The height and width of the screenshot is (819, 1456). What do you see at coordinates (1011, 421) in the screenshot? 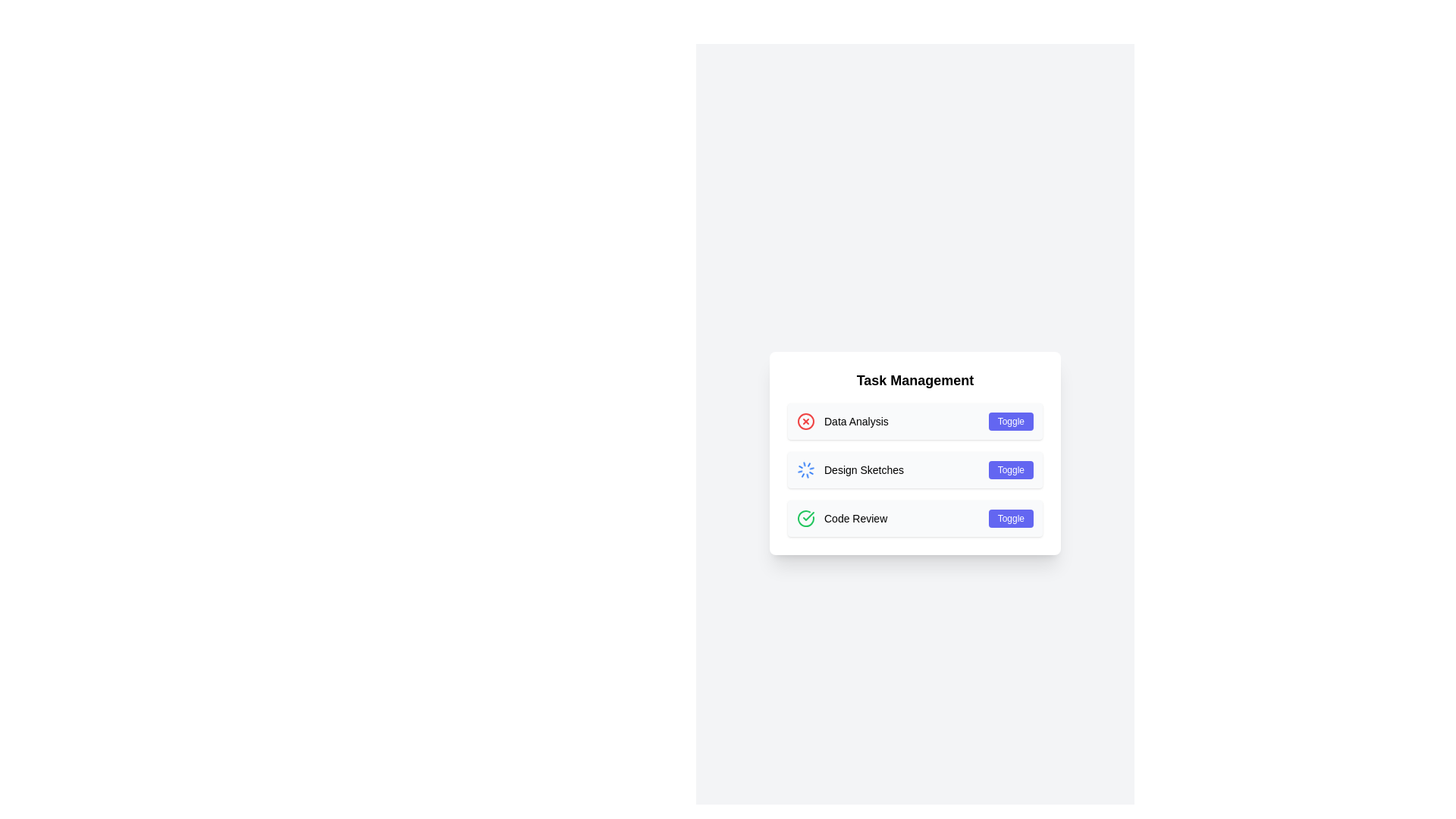
I see `the 'Toggle' button, which is a smaller indigo button with white text located in the 'Data Analysis' card` at bounding box center [1011, 421].